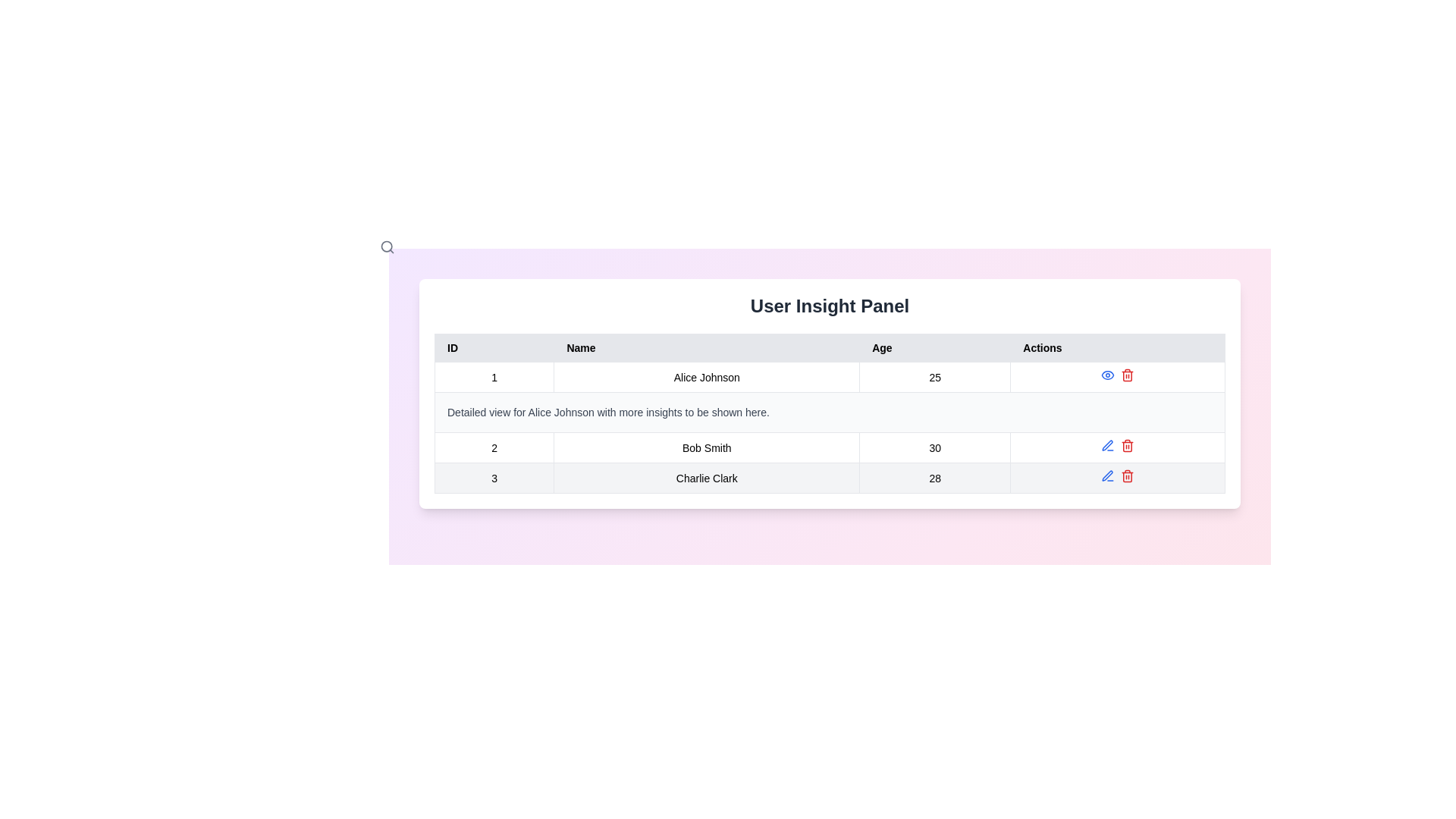 This screenshot has width=1456, height=819. What do you see at coordinates (706, 478) in the screenshot?
I see `the second cell` at bounding box center [706, 478].